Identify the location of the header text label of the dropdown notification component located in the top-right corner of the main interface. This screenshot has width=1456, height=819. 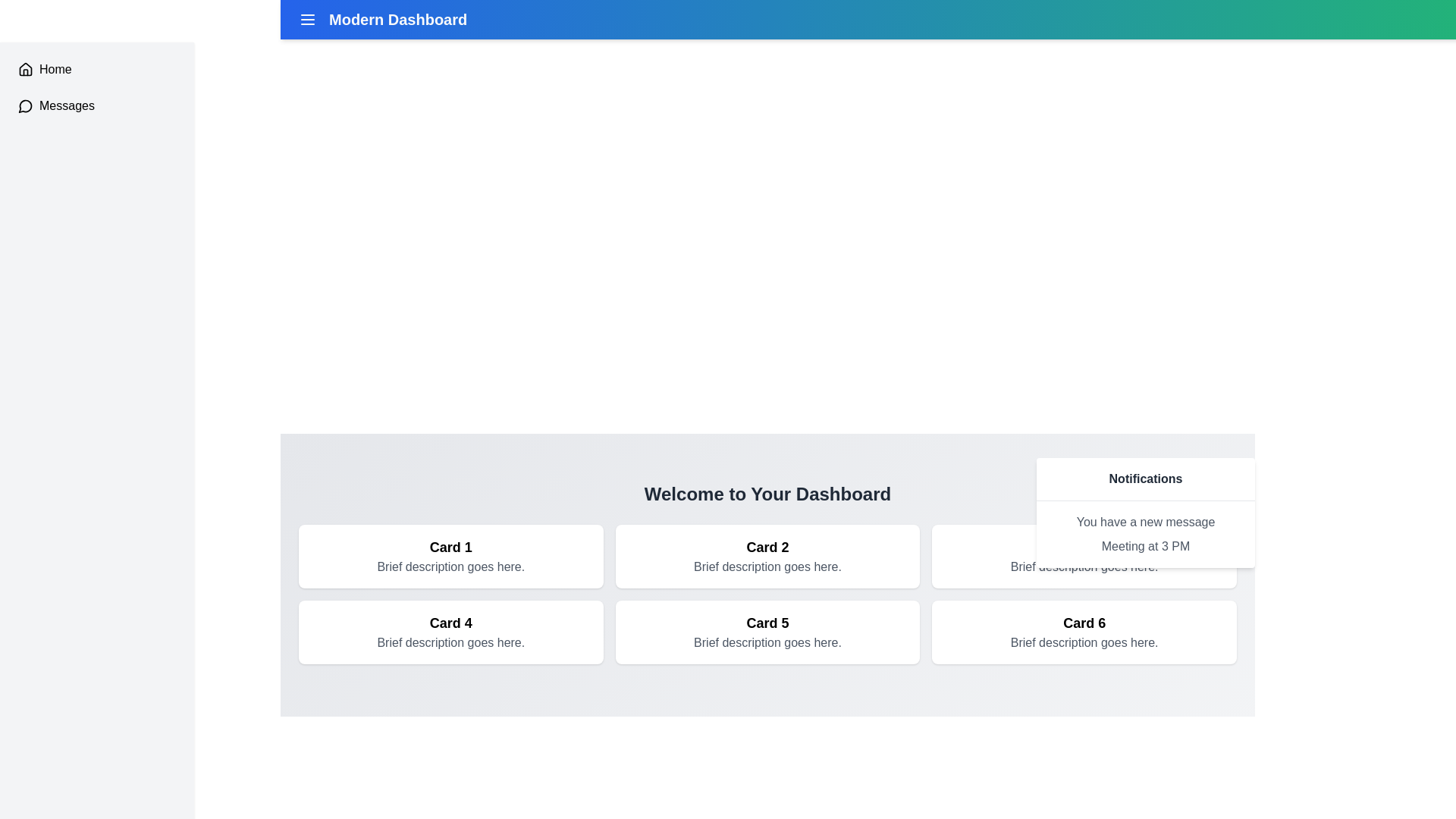
(1146, 479).